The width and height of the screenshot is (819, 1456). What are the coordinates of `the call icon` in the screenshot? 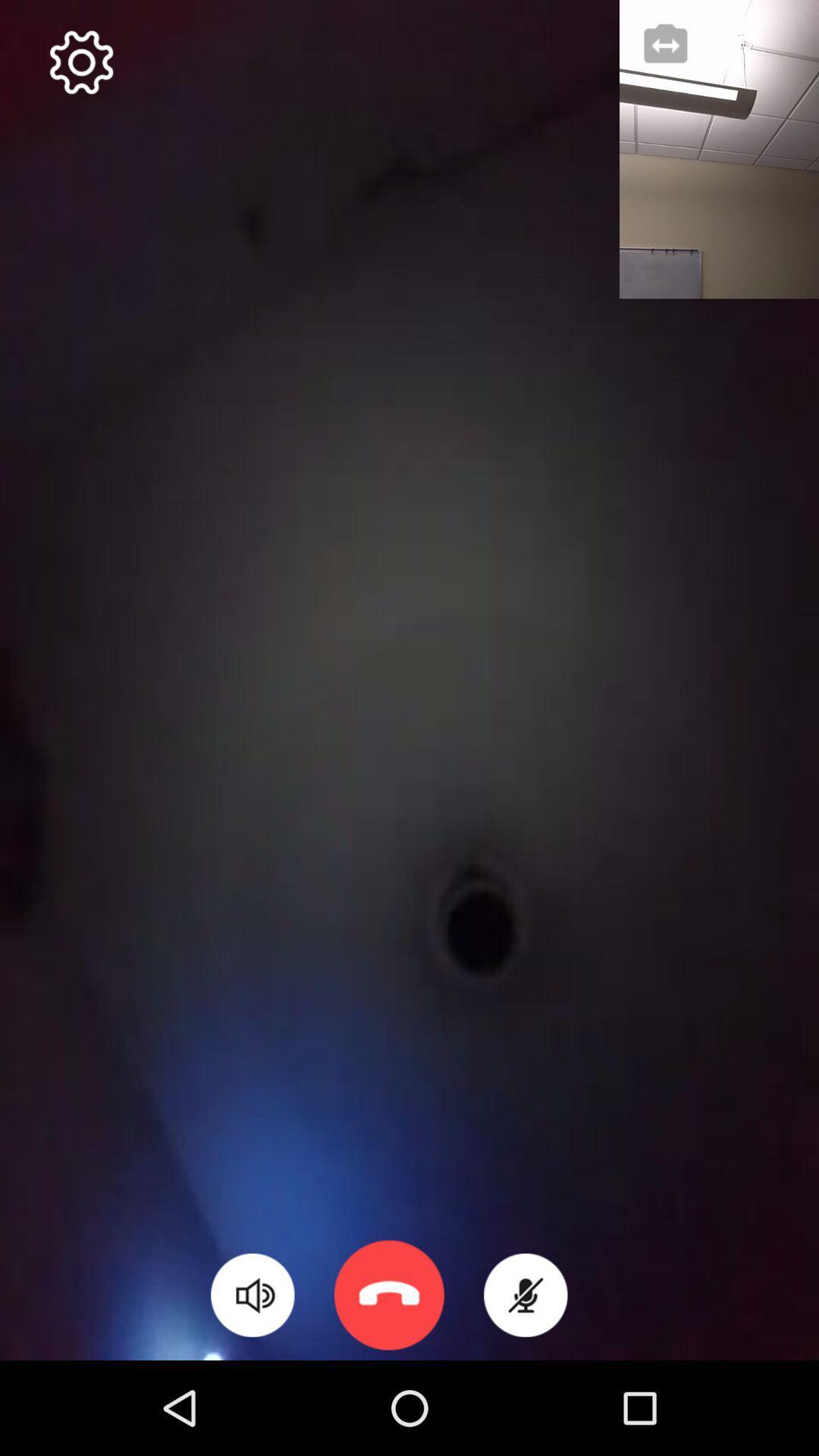 It's located at (388, 1294).